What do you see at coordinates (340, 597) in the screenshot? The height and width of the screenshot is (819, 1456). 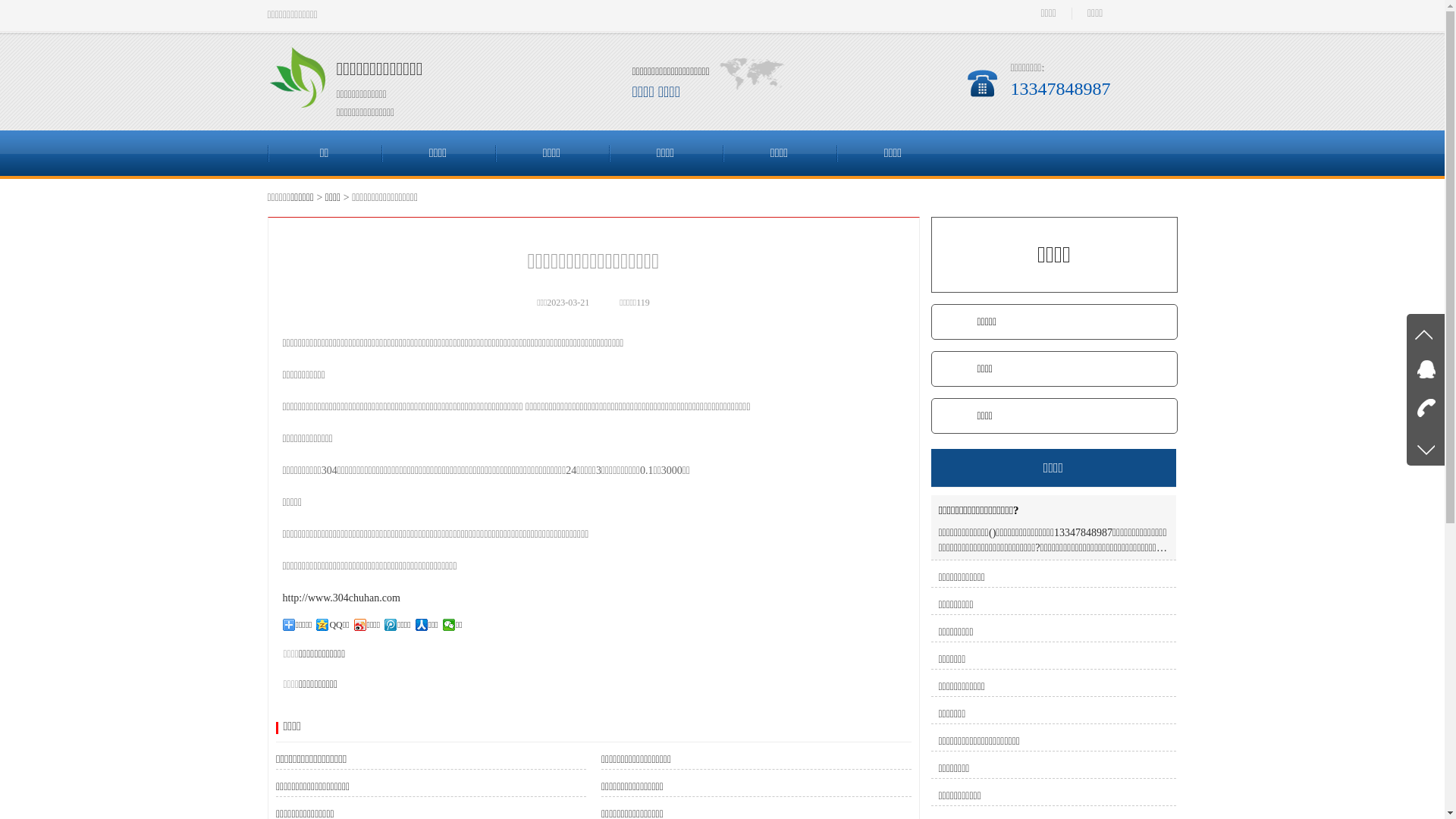 I see `'http://www.304chuhan.com'` at bounding box center [340, 597].